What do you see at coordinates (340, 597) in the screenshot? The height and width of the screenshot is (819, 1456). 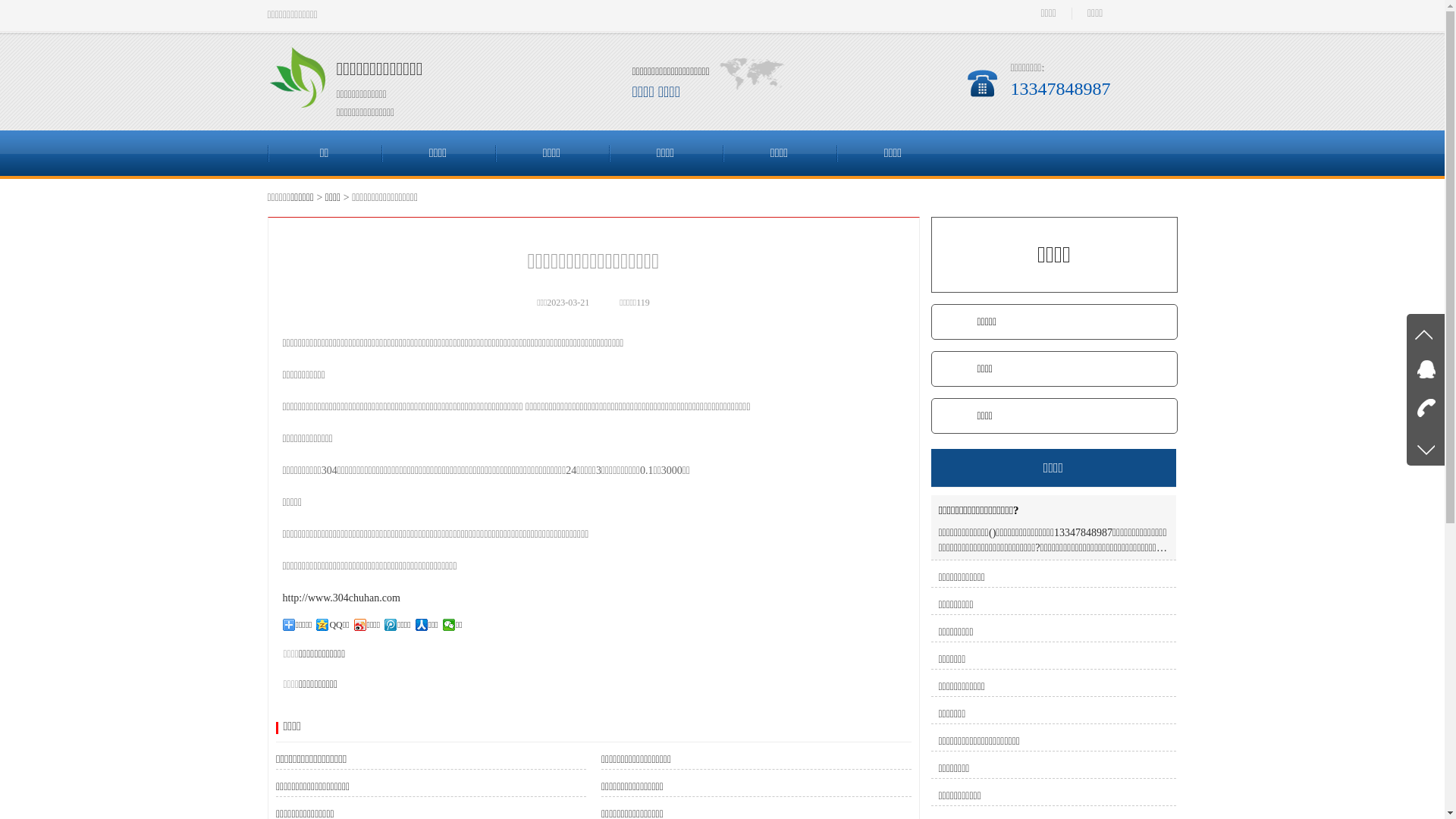 I see `'http://www.304chuhan.com'` at bounding box center [340, 597].